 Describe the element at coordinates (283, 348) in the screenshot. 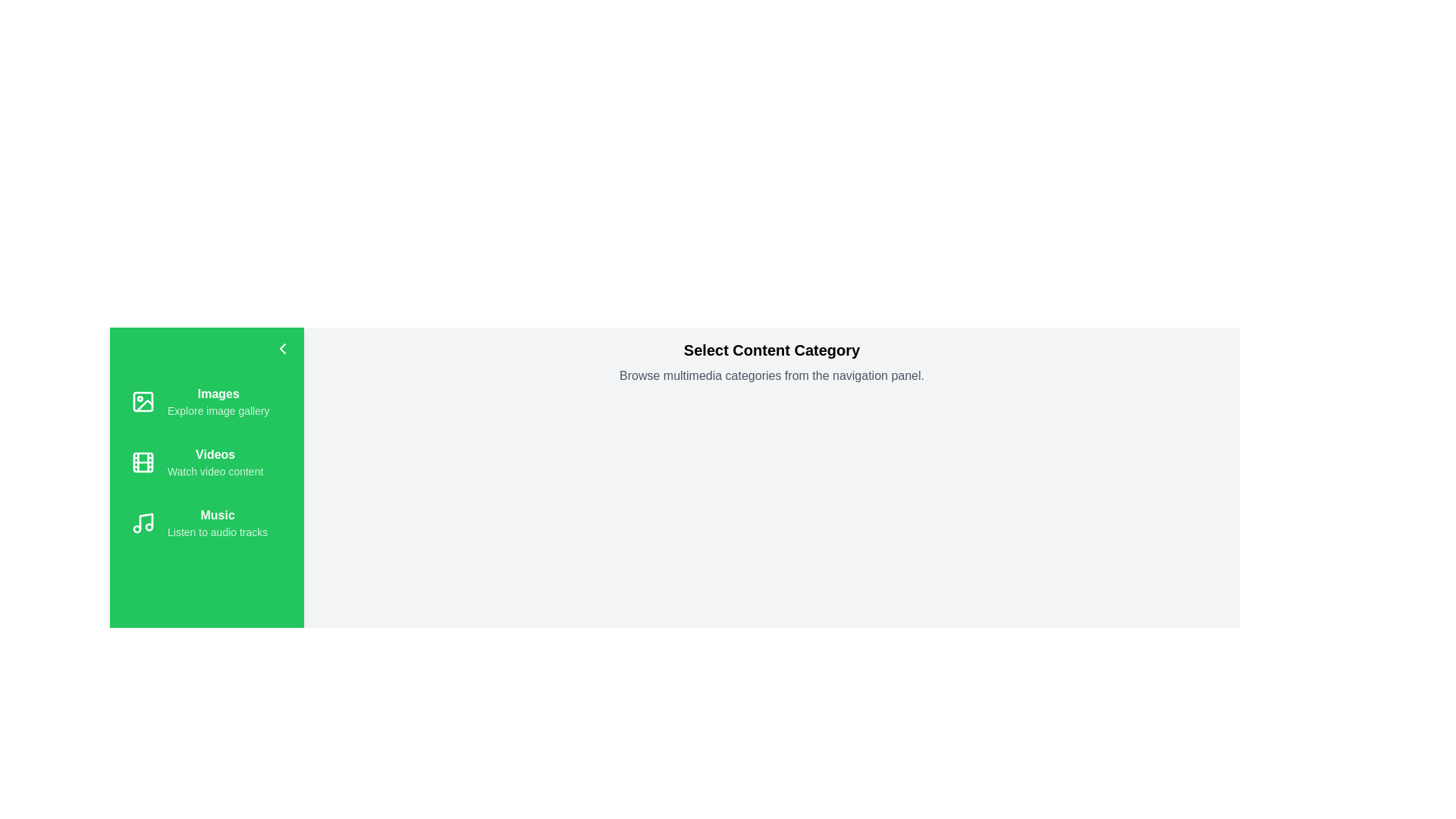

I see `toggle button to open or close the navigation drawer` at that location.